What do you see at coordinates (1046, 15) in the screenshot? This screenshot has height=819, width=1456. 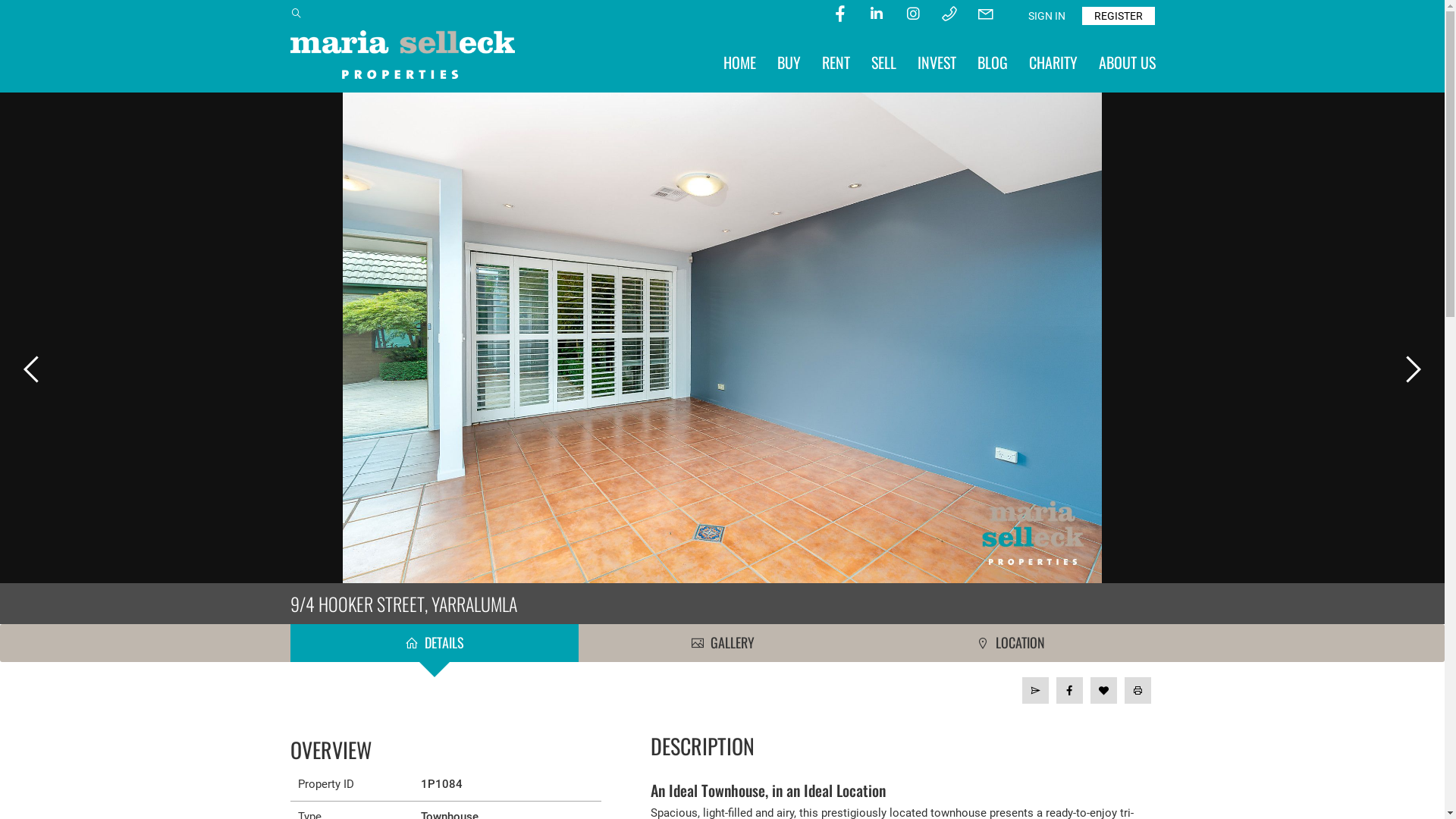 I see `'SIGN IN'` at bounding box center [1046, 15].